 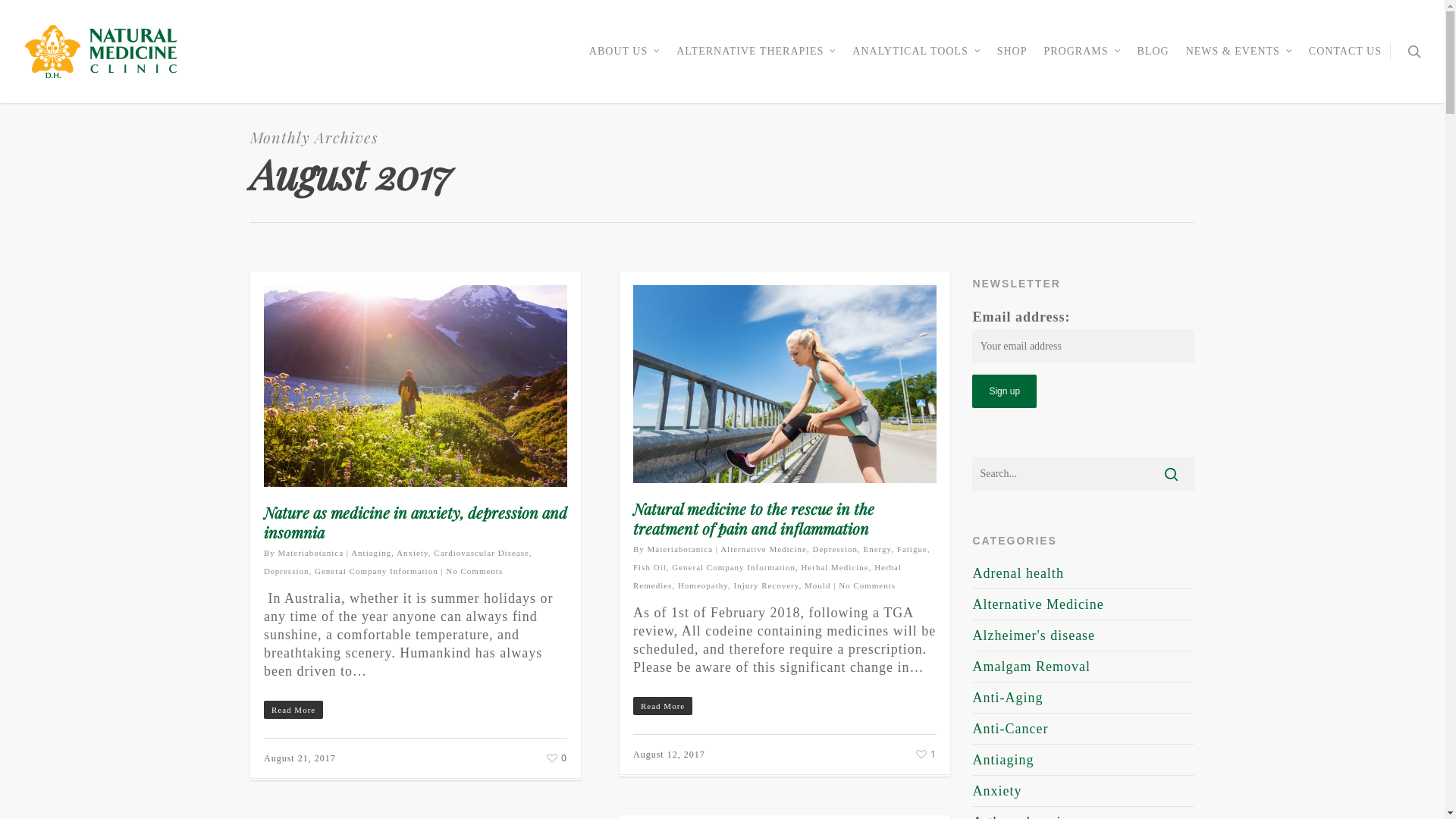 I want to click on 'General Company Information', so click(x=733, y=567).